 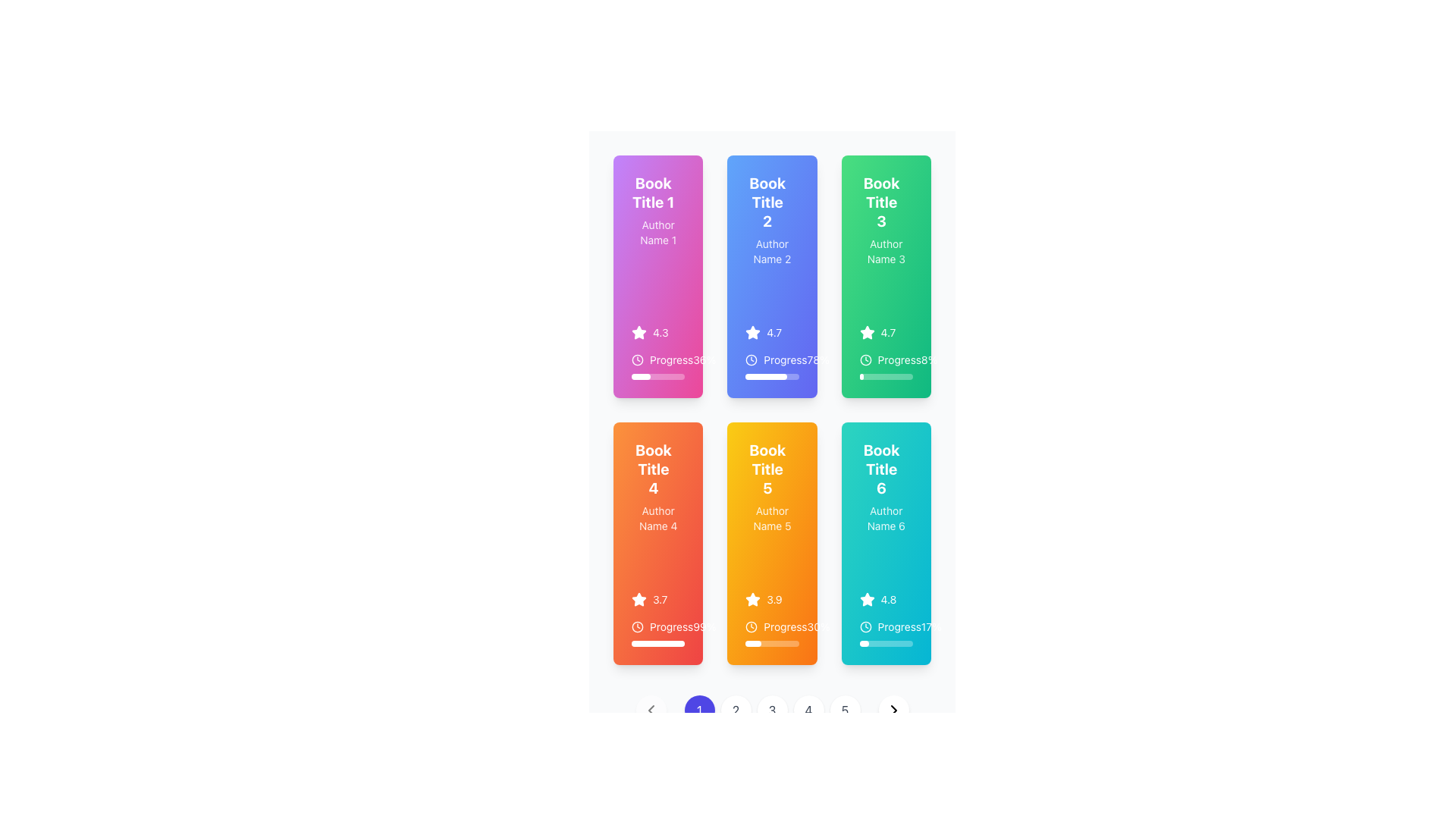 I want to click on the static text label displaying 'Book Title 2' located in the second card of the first row in the grid layout, so click(x=772, y=205).